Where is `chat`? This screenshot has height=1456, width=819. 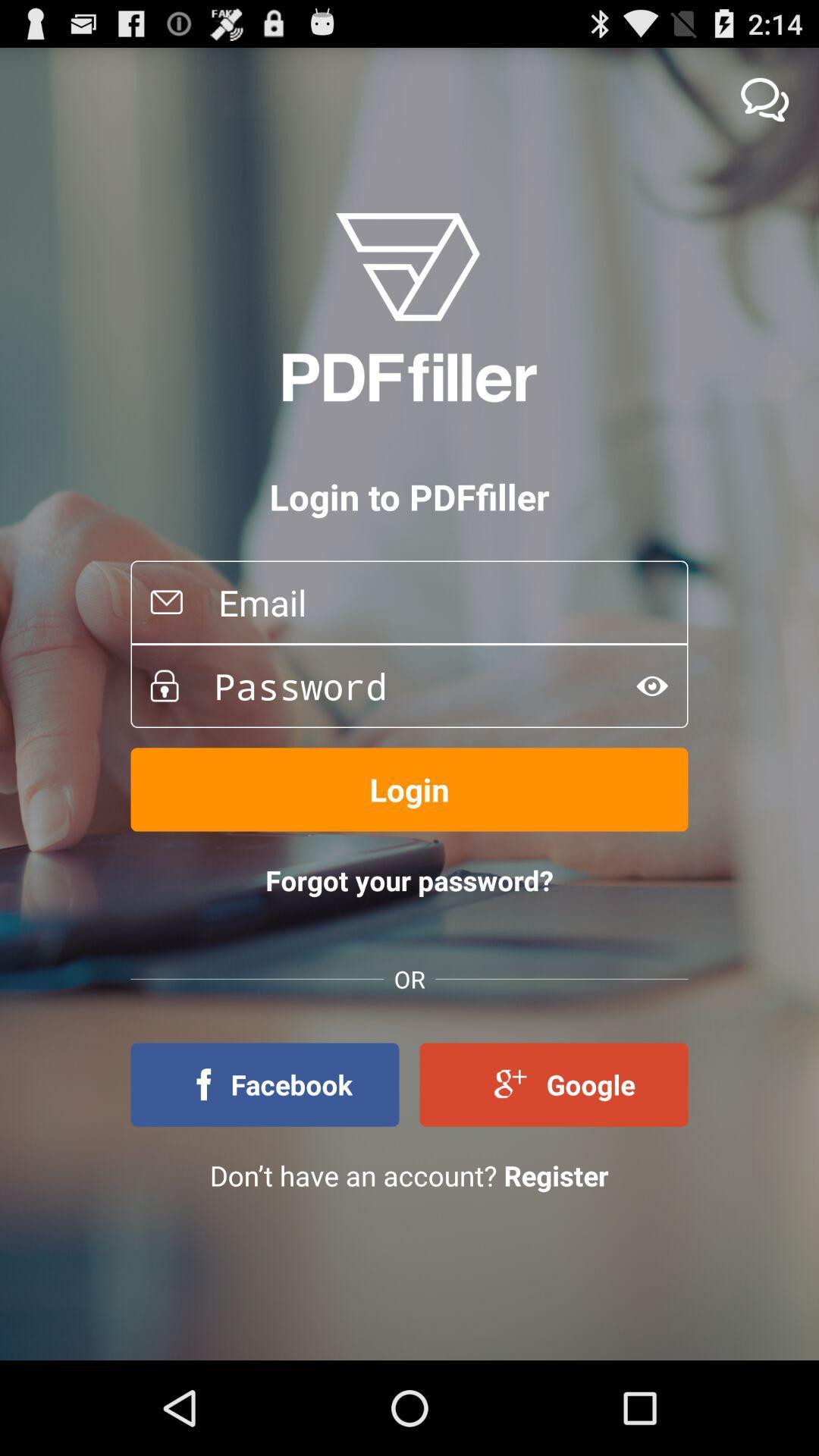 chat is located at coordinates (764, 99).